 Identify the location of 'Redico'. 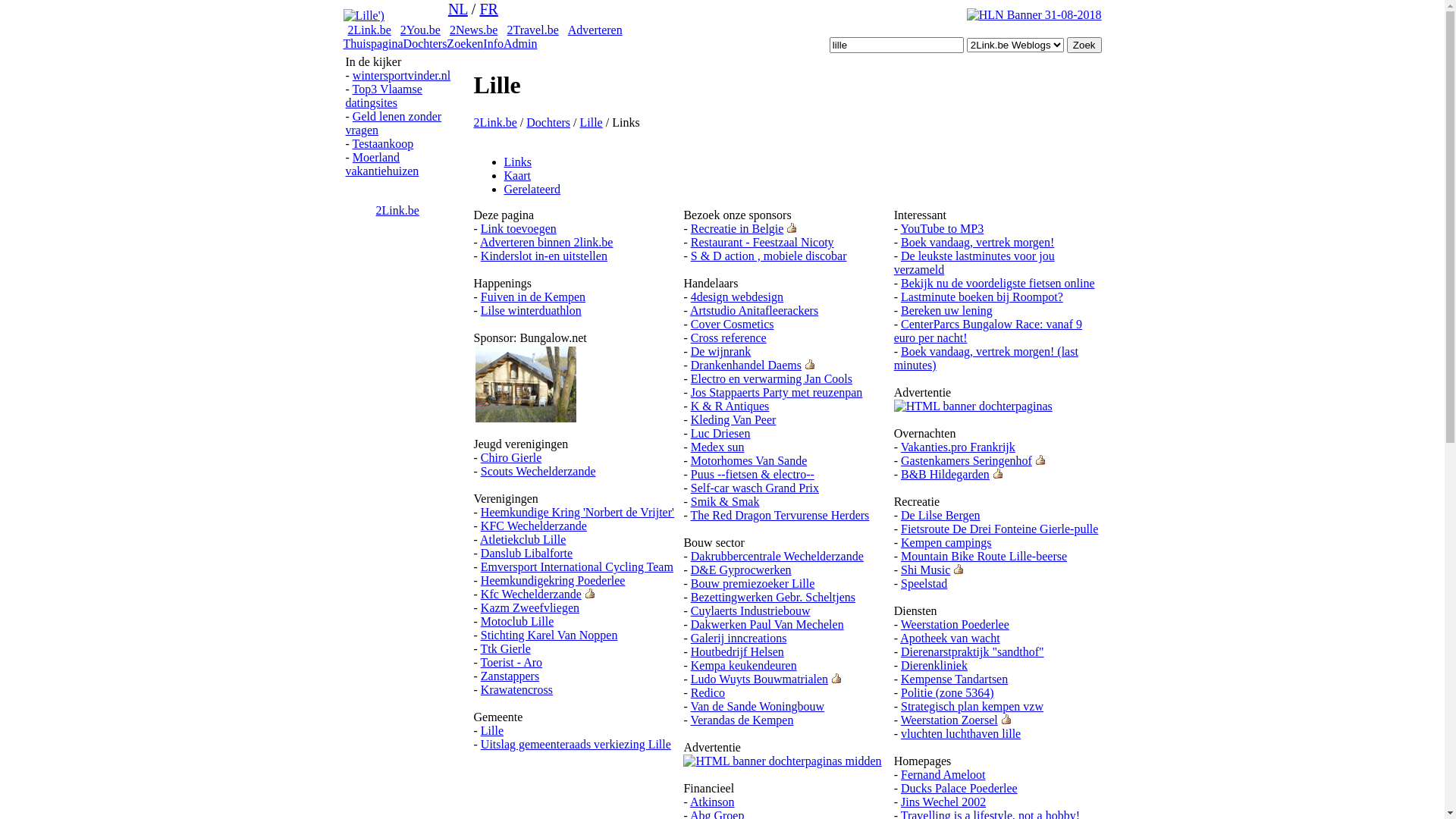
(707, 692).